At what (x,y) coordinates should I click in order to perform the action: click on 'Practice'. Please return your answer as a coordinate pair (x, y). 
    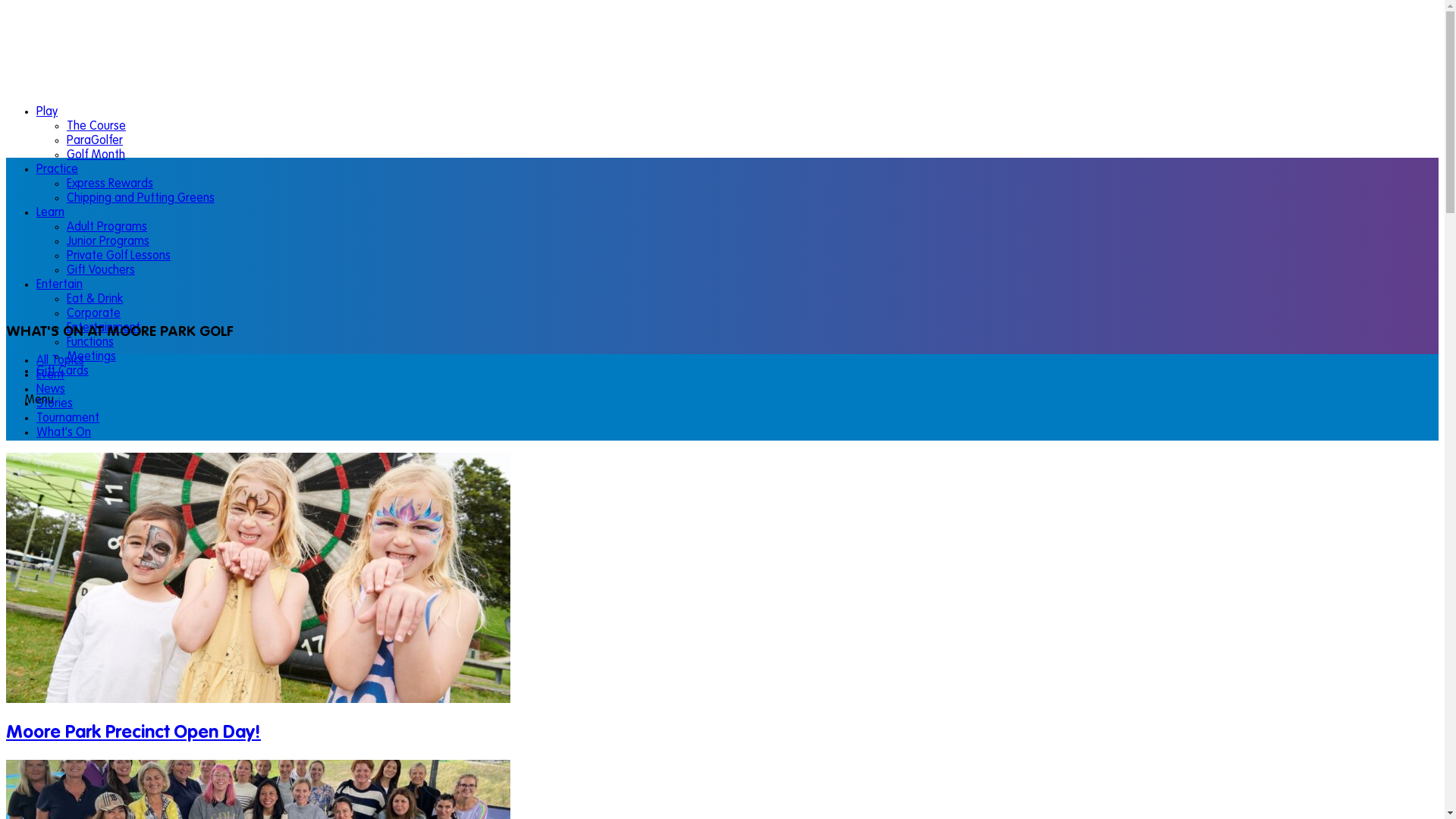
    Looking at the image, I should click on (57, 169).